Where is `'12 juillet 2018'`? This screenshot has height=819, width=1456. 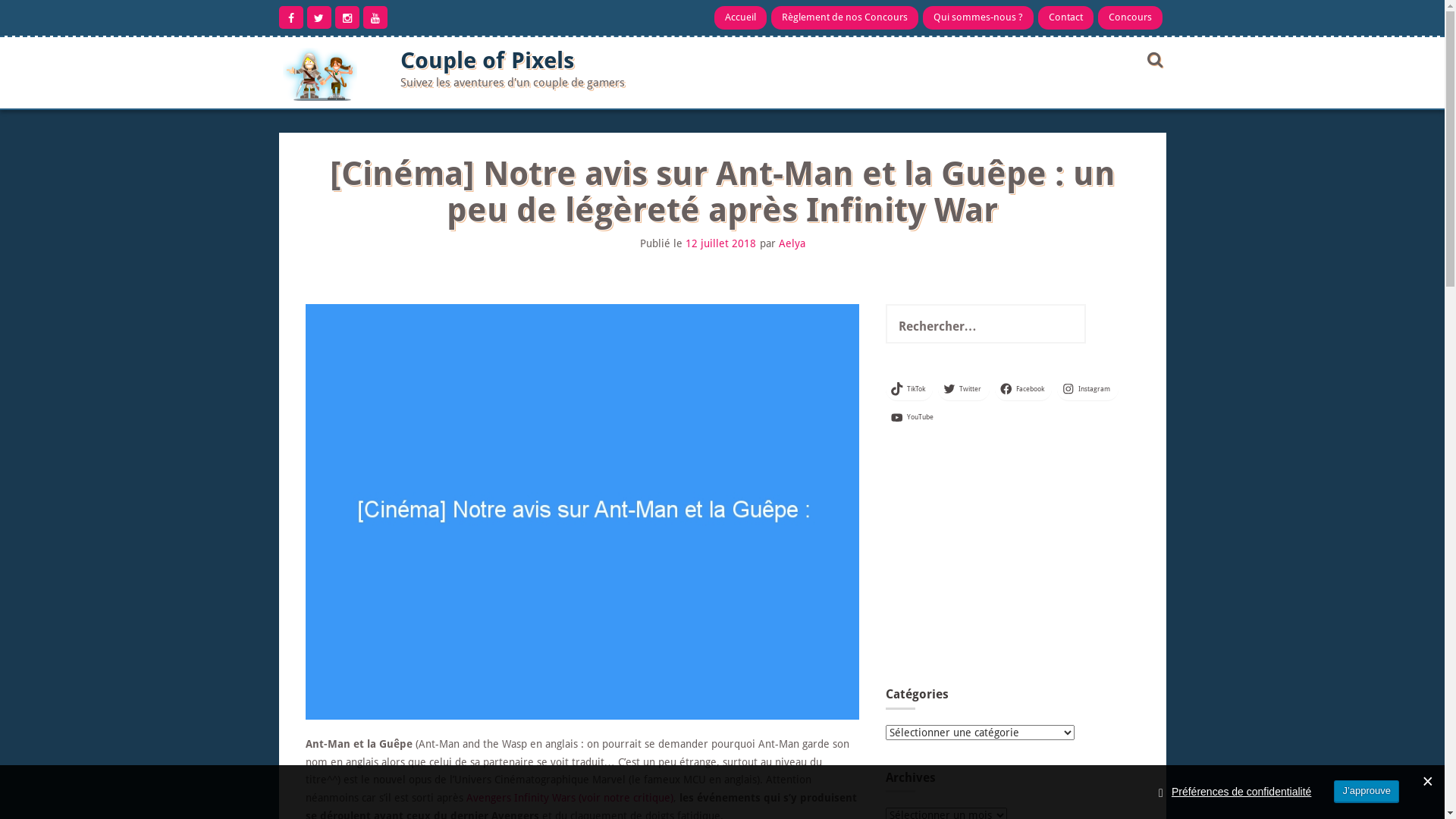
'12 juillet 2018' is located at coordinates (720, 242).